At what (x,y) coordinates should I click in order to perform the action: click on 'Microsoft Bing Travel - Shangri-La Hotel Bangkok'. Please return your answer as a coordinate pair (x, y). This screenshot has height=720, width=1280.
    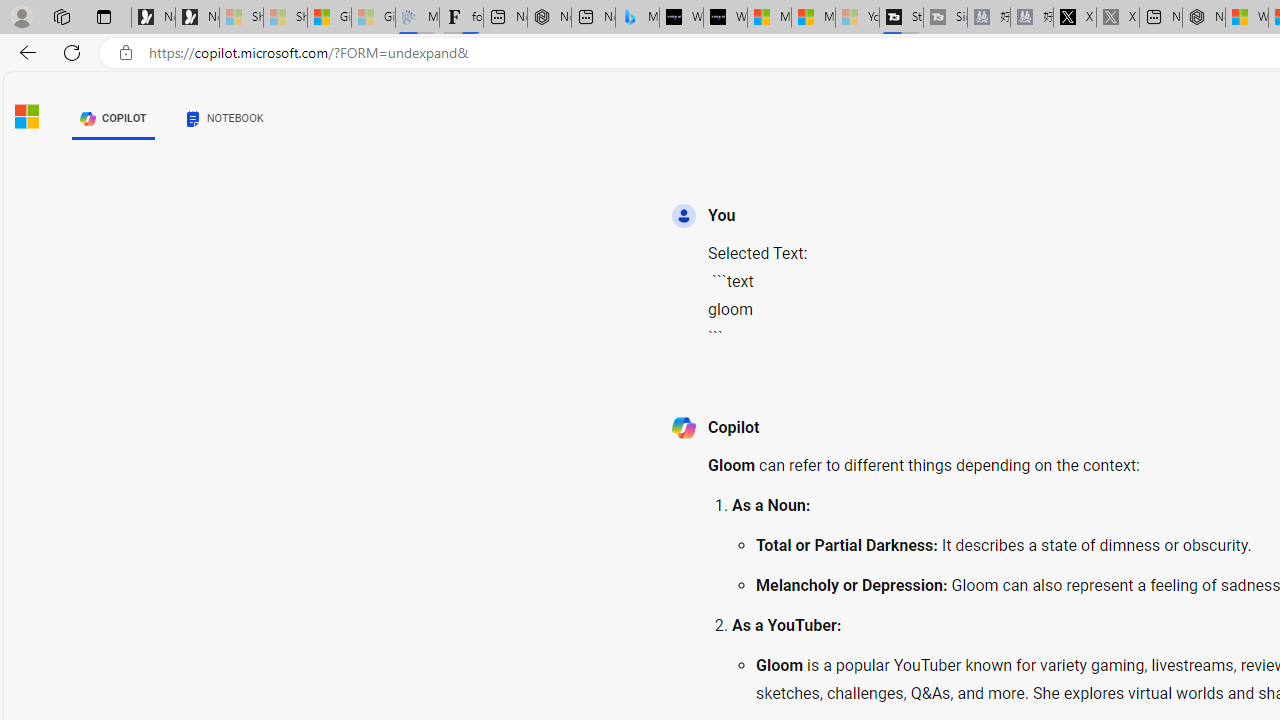
    Looking at the image, I should click on (636, 17).